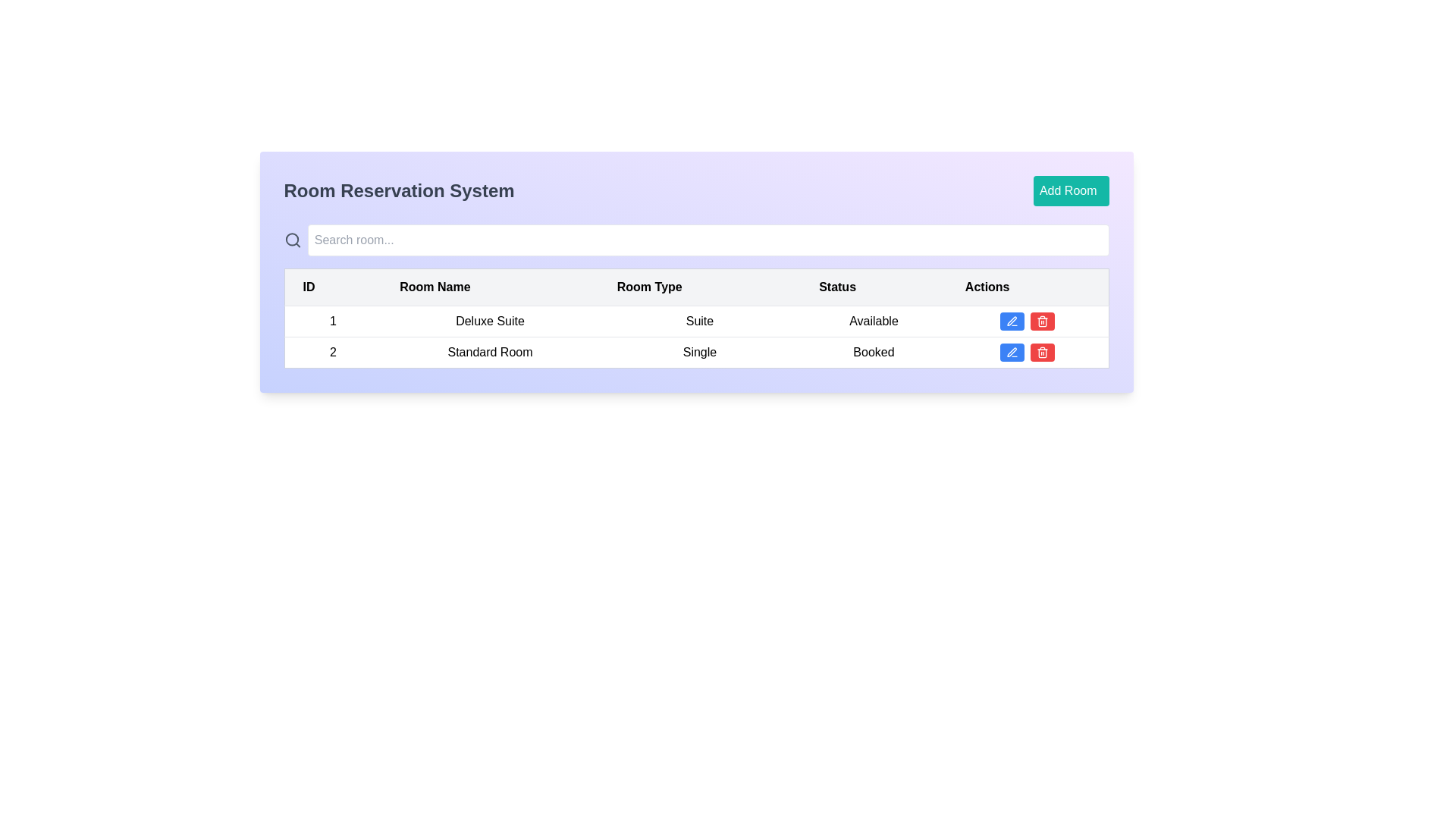 This screenshot has width=1456, height=819. I want to click on the 'Add Room' text label within the button, which is styled with a teal background and is located in the top-right corner of the 'Room Reservation System' panel, so click(1067, 190).